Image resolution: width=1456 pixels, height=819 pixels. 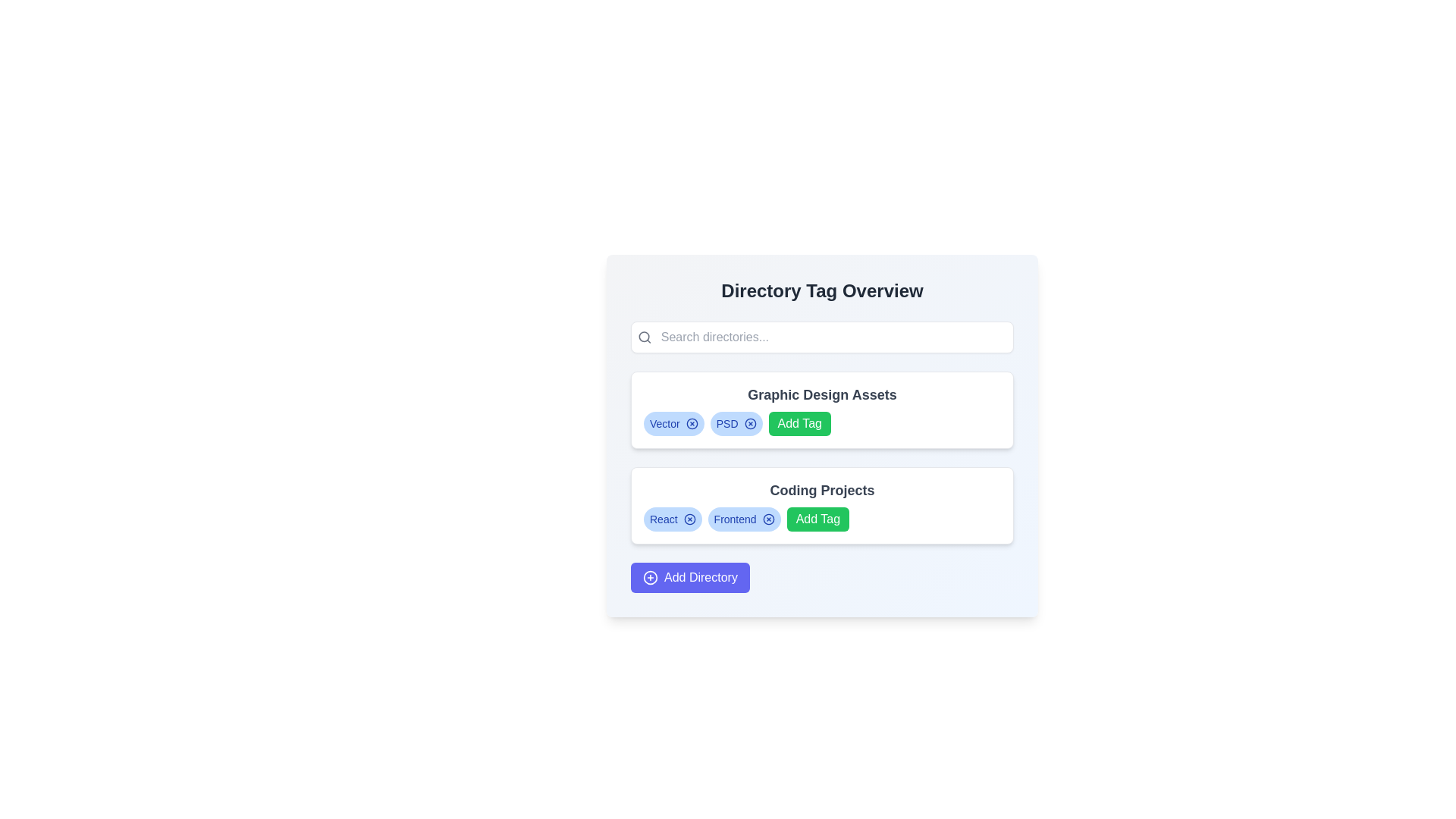 I want to click on the 'x' icon on the right side of the pill-shaped tag labeled 'Frontend', so click(x=744, y=519).